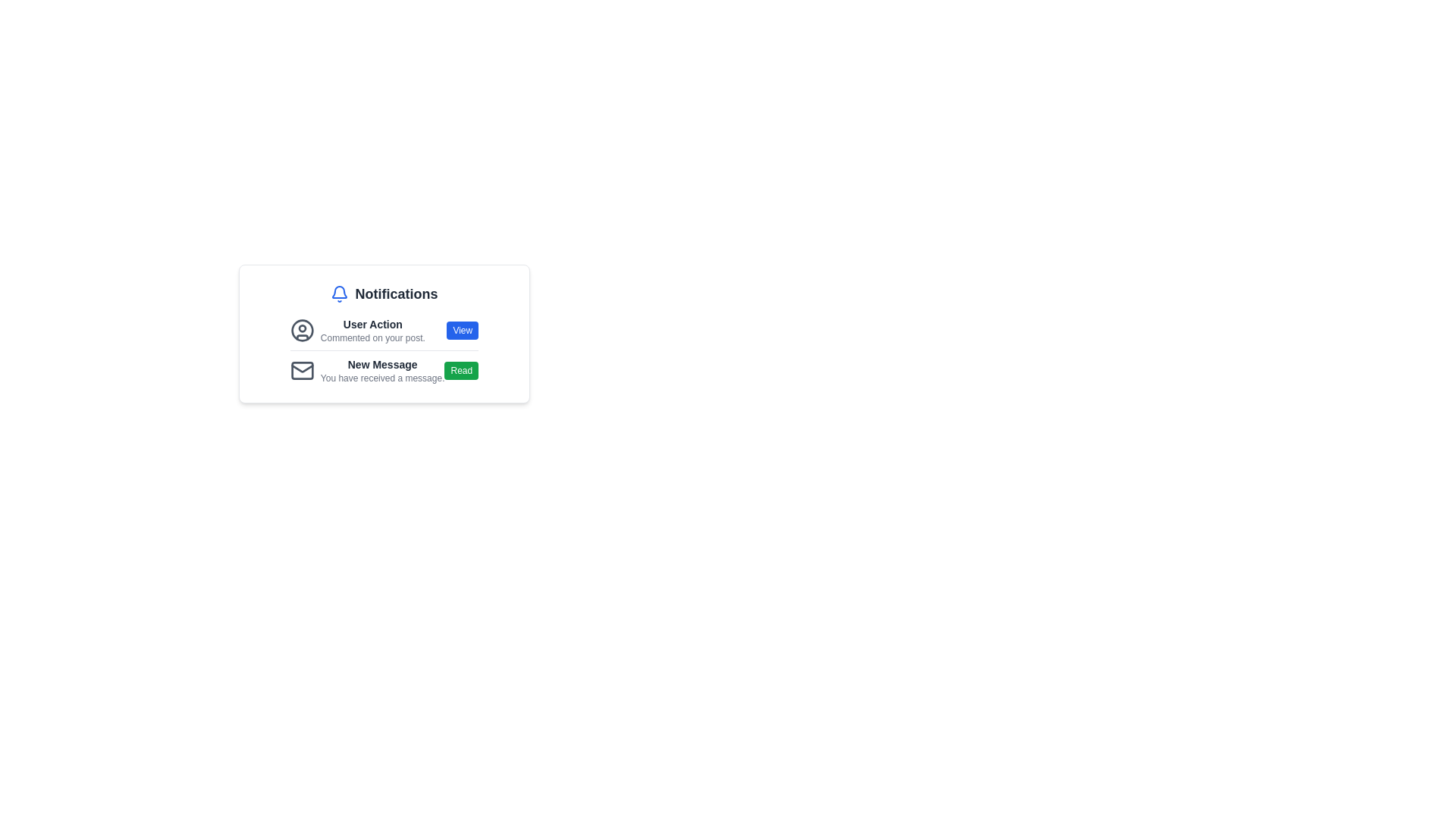  Describe the element at coordinates (356, 329) in the screenshot. I see `notification text for the entry stating 'User Action' and 'Commented on your post.' which is located in the top half of the notification card, above the 'New Message' entry` at that location.